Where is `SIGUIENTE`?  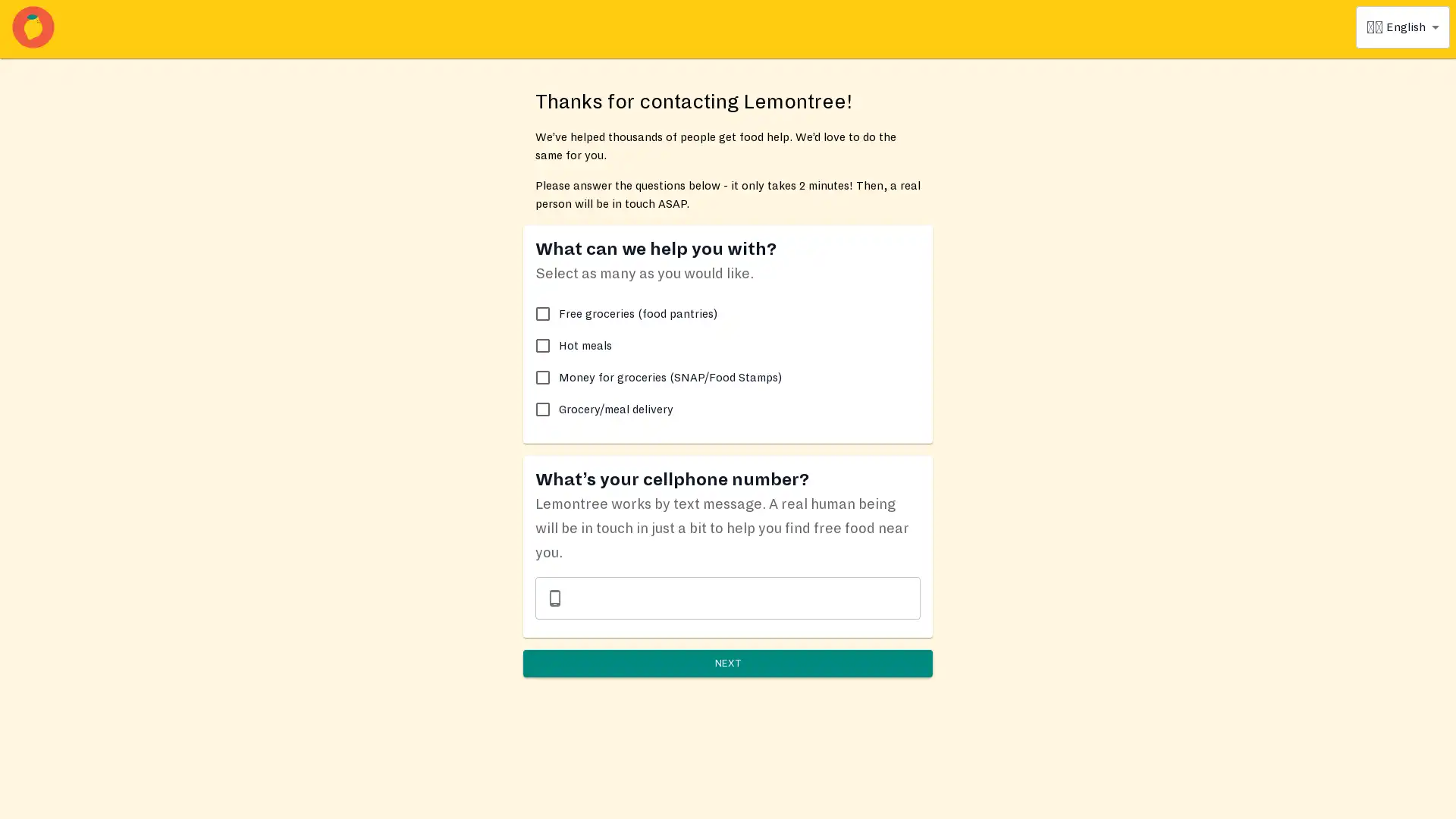
SIGUIENTE is located at coordinates (728, 680).